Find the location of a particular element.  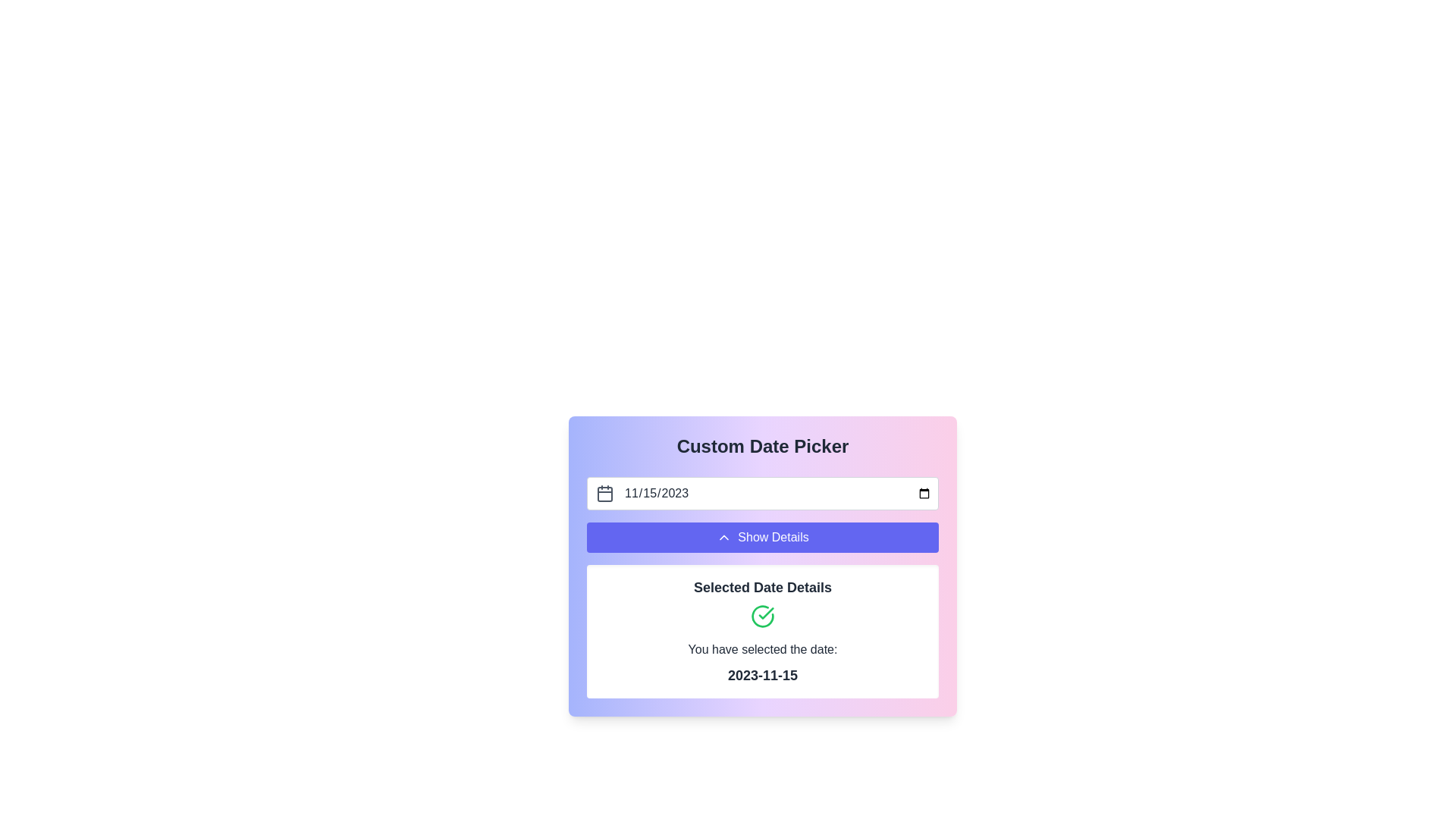

the upward chevron icon indicating collapse or upward navigation is located at coordinates (723, 537).